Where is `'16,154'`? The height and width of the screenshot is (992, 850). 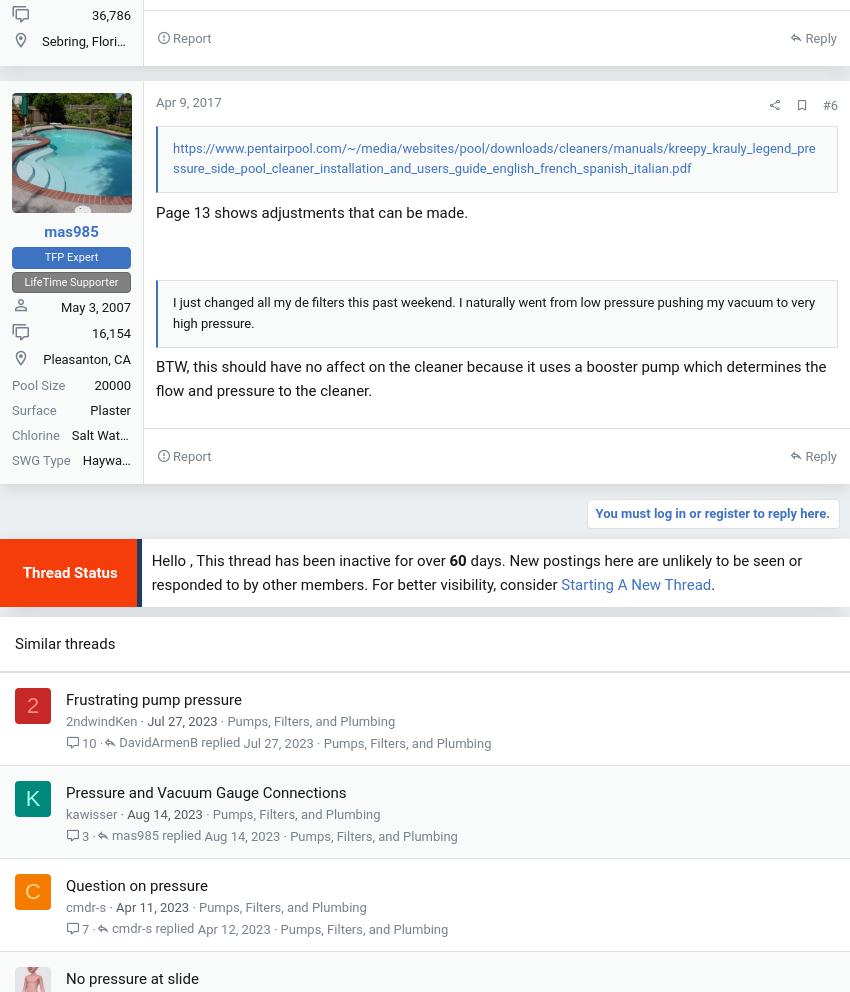 '16,154' is located at coordinates (110, 332).